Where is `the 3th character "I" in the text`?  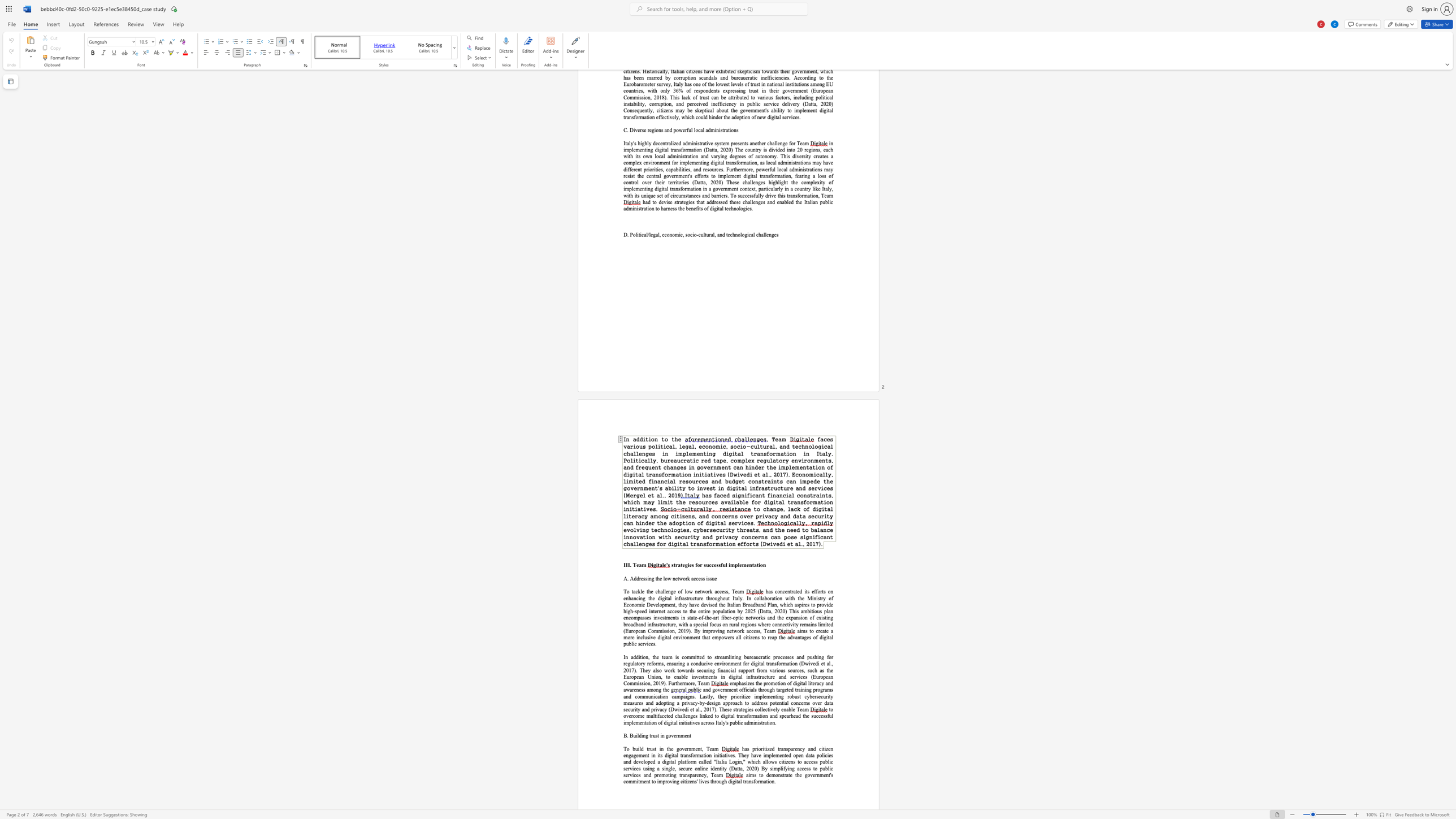
the 3th character "I" in the text is located at coordinates (629, 564).